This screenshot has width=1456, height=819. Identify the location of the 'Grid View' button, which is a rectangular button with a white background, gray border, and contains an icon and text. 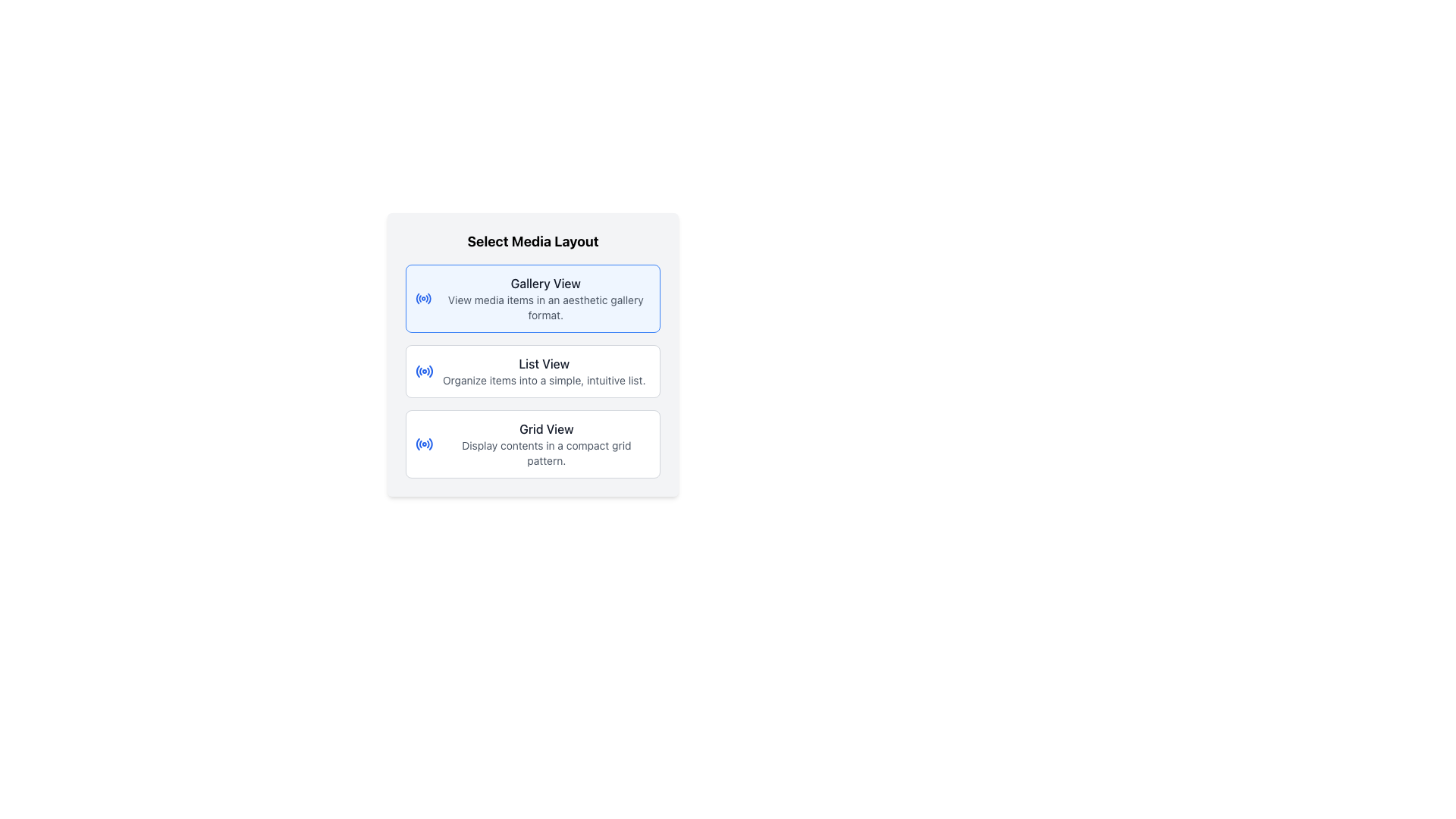
(532, 444).